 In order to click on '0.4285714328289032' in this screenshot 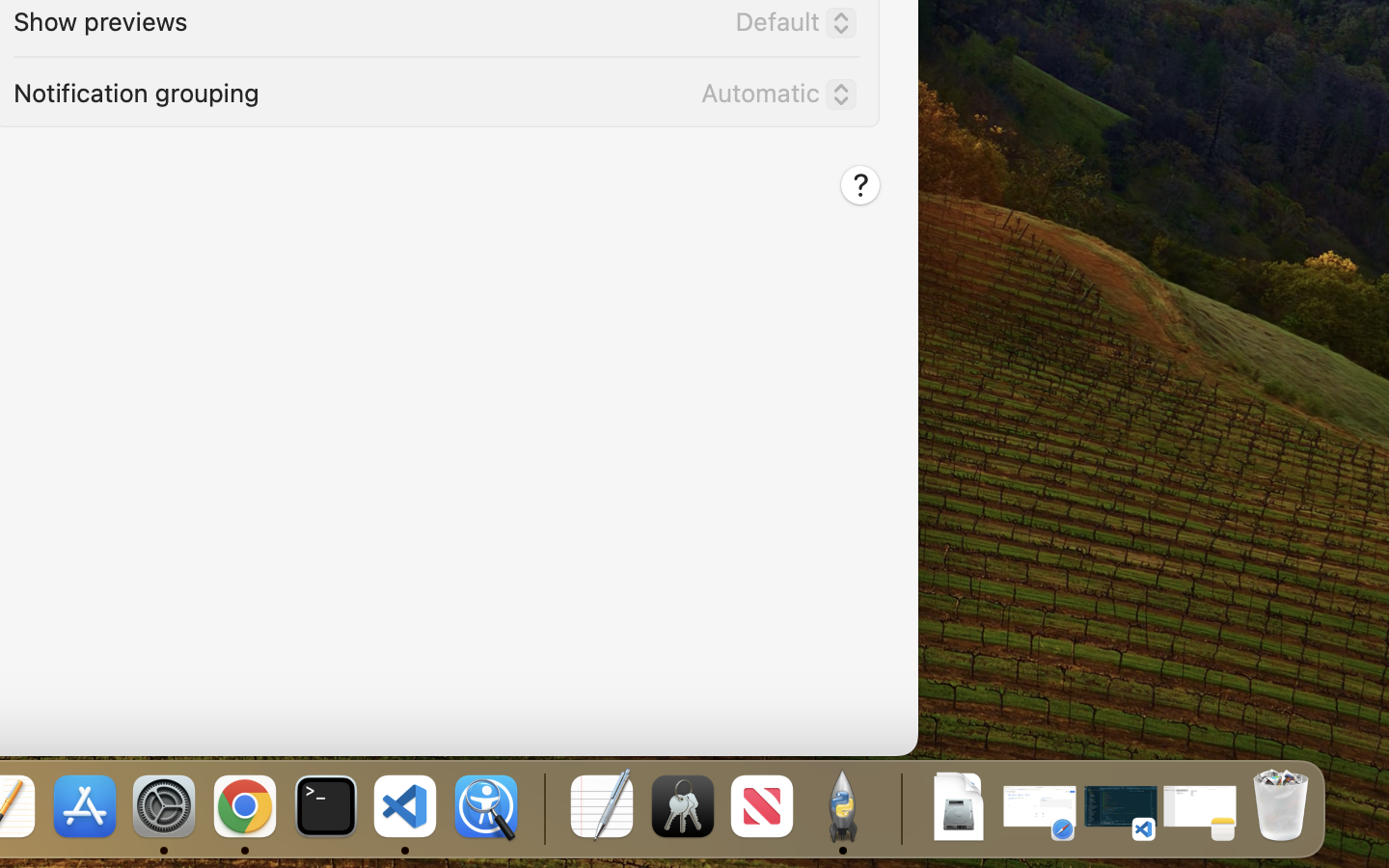, I will do `click(542, 807)`.